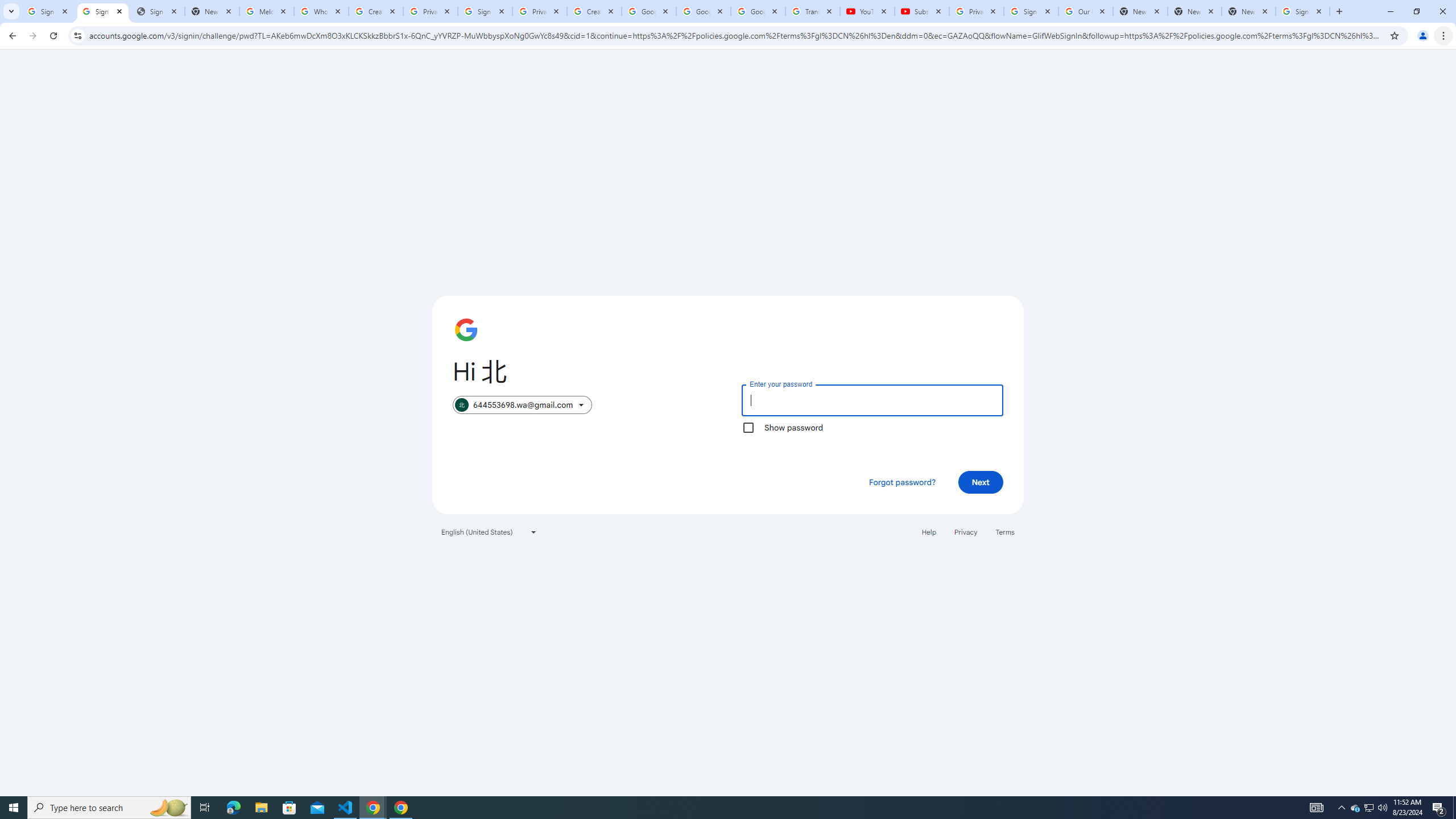 This screenshot has height=819, width=1456. What do you see at coordinates (871, 399) in the screenshot?
I see `'Enter your password'` at bounding box center [871, 399].